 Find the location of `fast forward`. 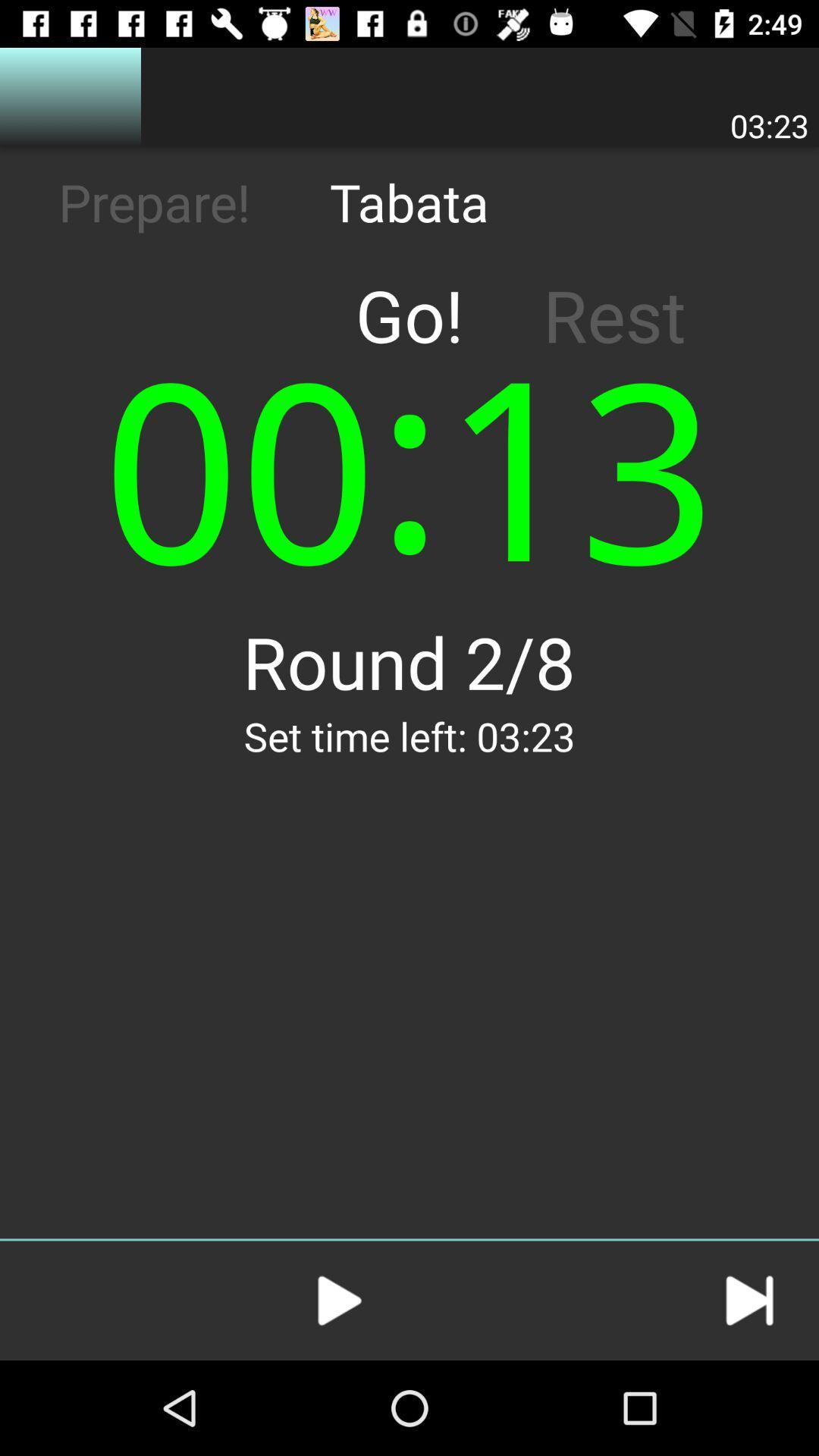

fast forward is located at coordinates (748, 1300).